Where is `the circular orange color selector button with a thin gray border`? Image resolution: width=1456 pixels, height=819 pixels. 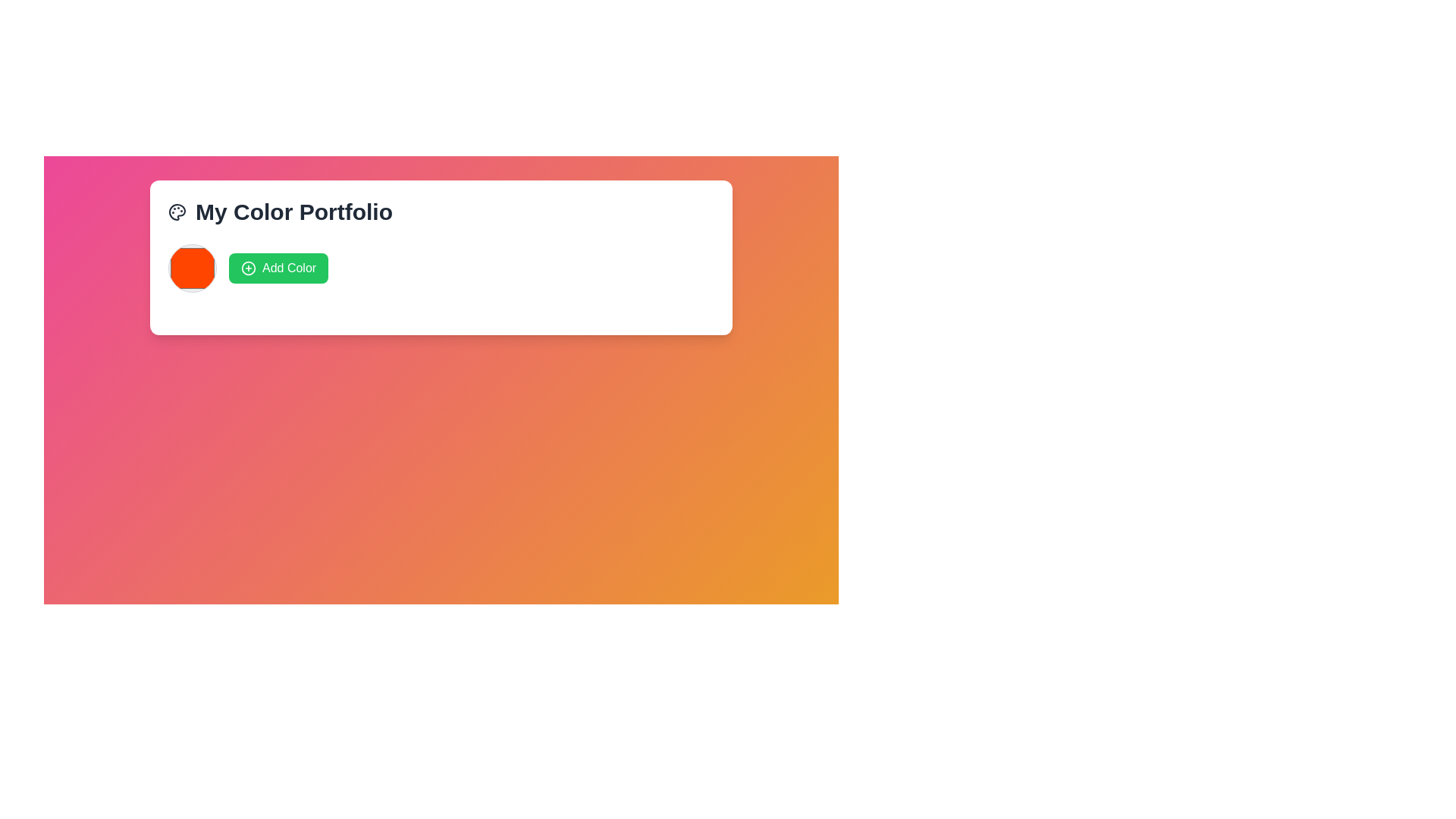
the circular orange color selector button with a thin gray border is located at coordinates (192, 268).